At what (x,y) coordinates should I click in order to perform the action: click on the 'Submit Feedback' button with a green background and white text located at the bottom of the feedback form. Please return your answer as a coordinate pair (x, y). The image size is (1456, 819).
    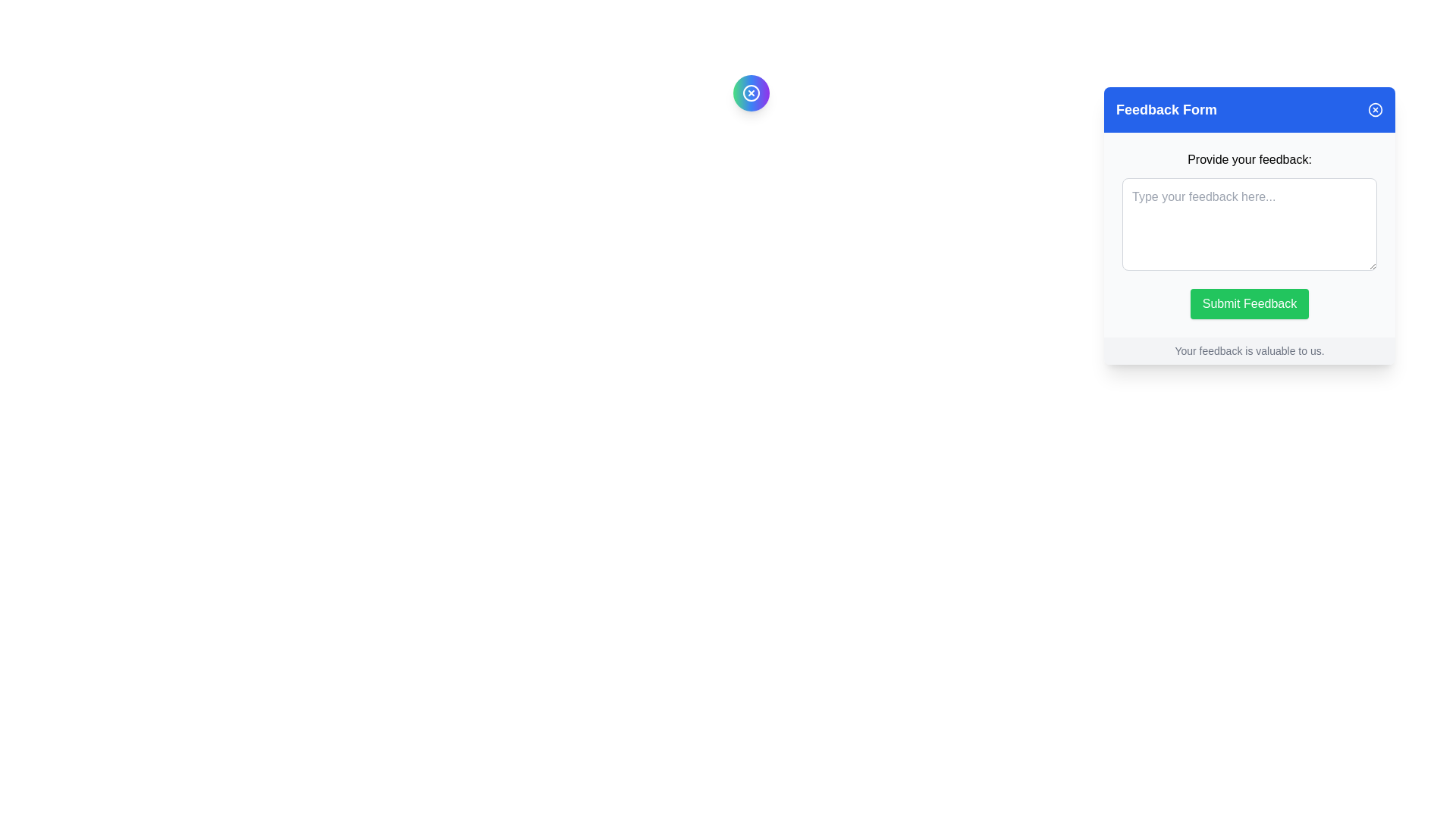
    Looking at the image, I should click on (1249, 304).